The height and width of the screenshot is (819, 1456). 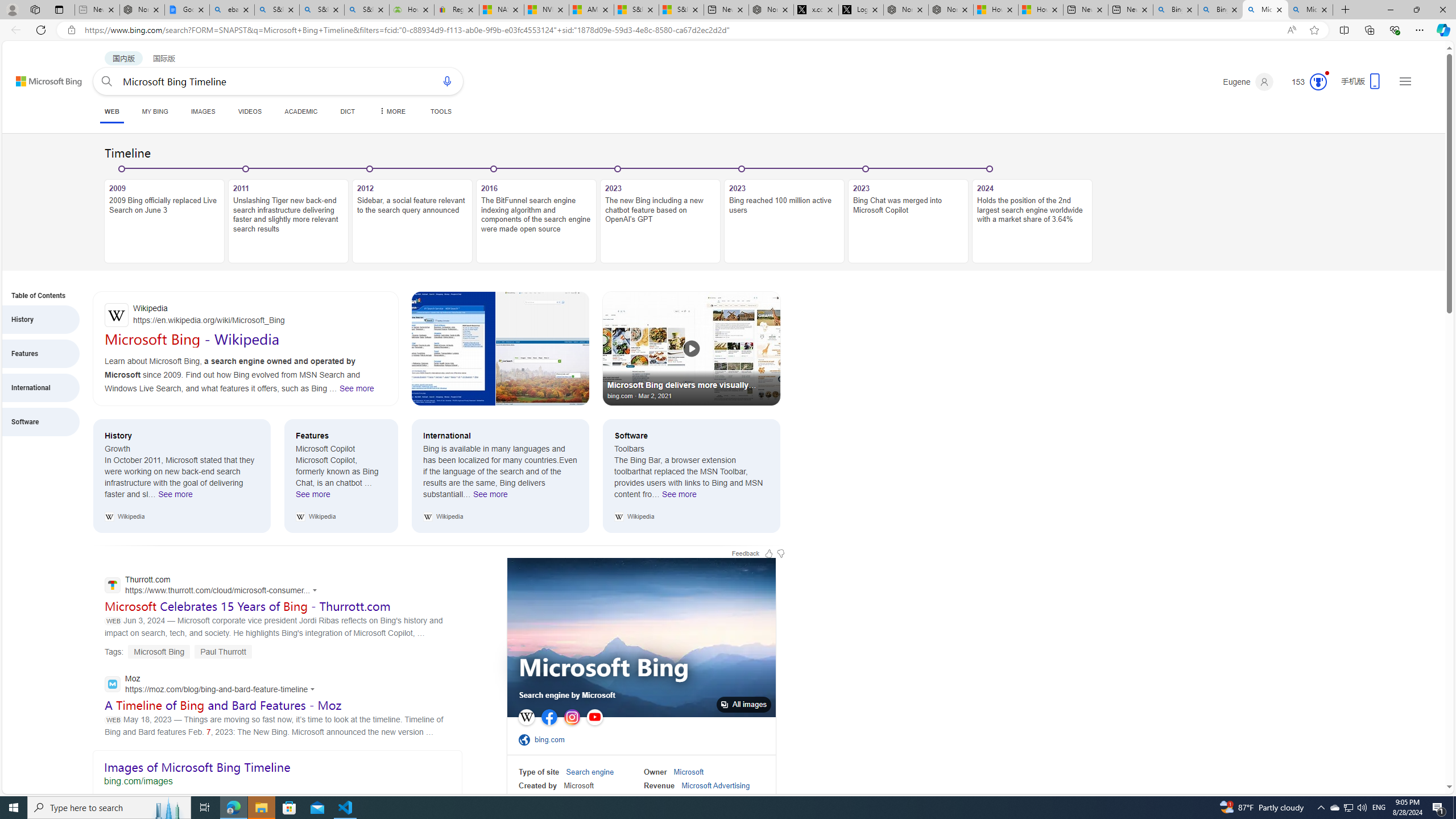 I want to click on 'ACADEMIC', so click(x=300, y=111).